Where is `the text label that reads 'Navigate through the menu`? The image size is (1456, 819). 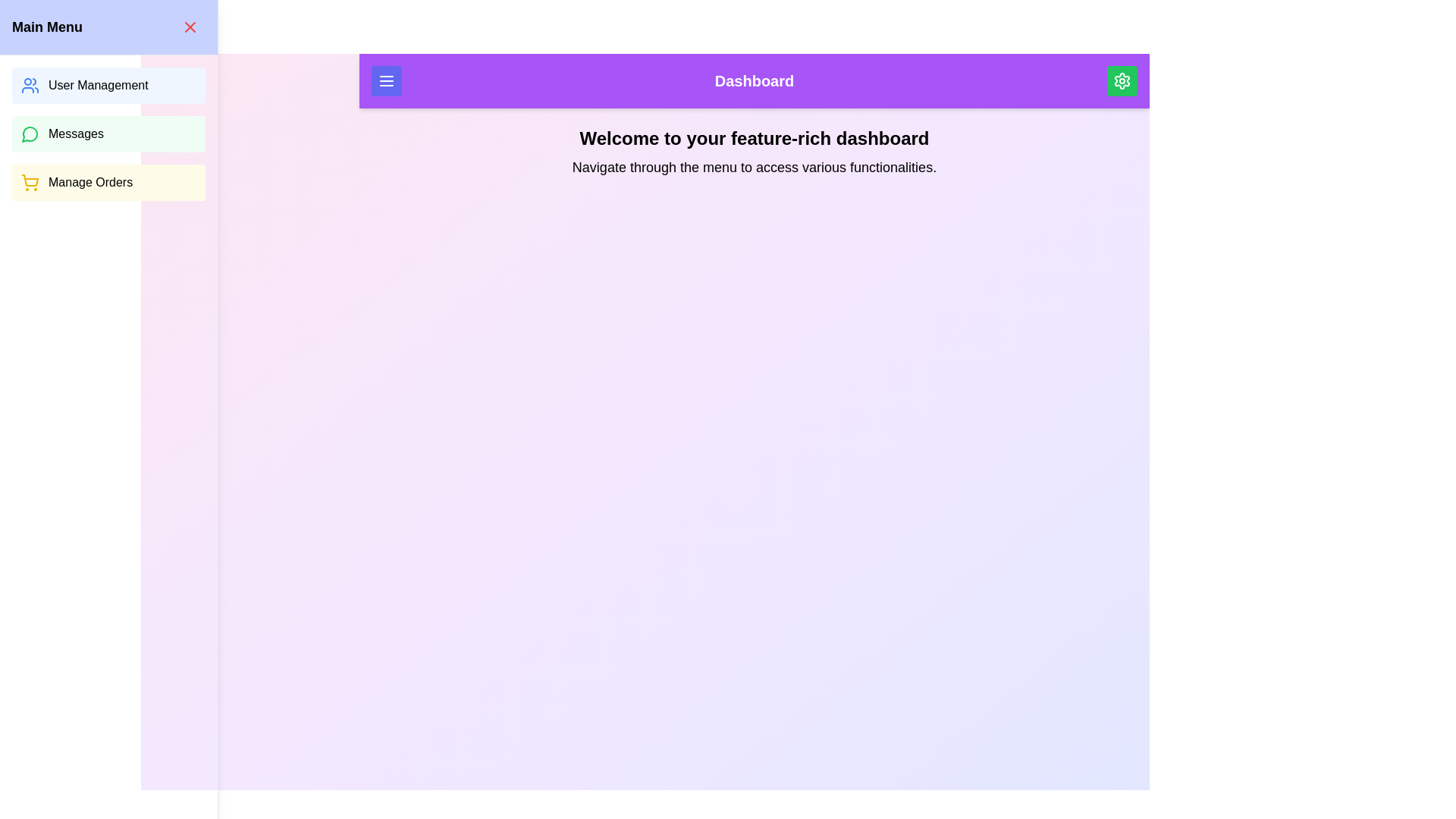
the text label that reads 'Navigate through the menu is located at coordinates (754, 167).